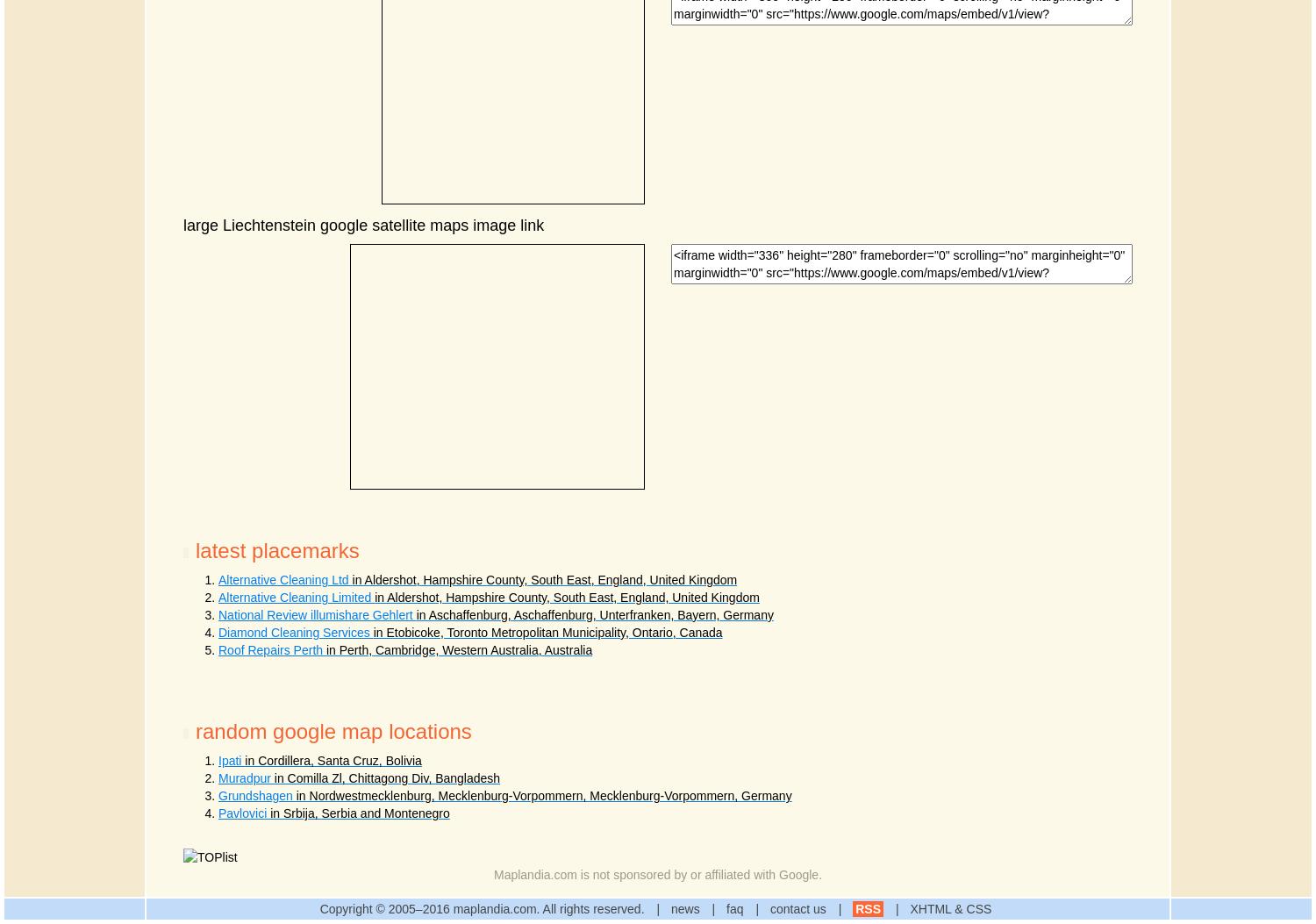 The height and width of the screenshot is (924, 1316). What do you see at coordinates (547, 631) in the screenshot?
I see `'in Etobicoke, Toronto Metropolitan Municipality, Ontario, Canada'` at bounding box center [547, 631].